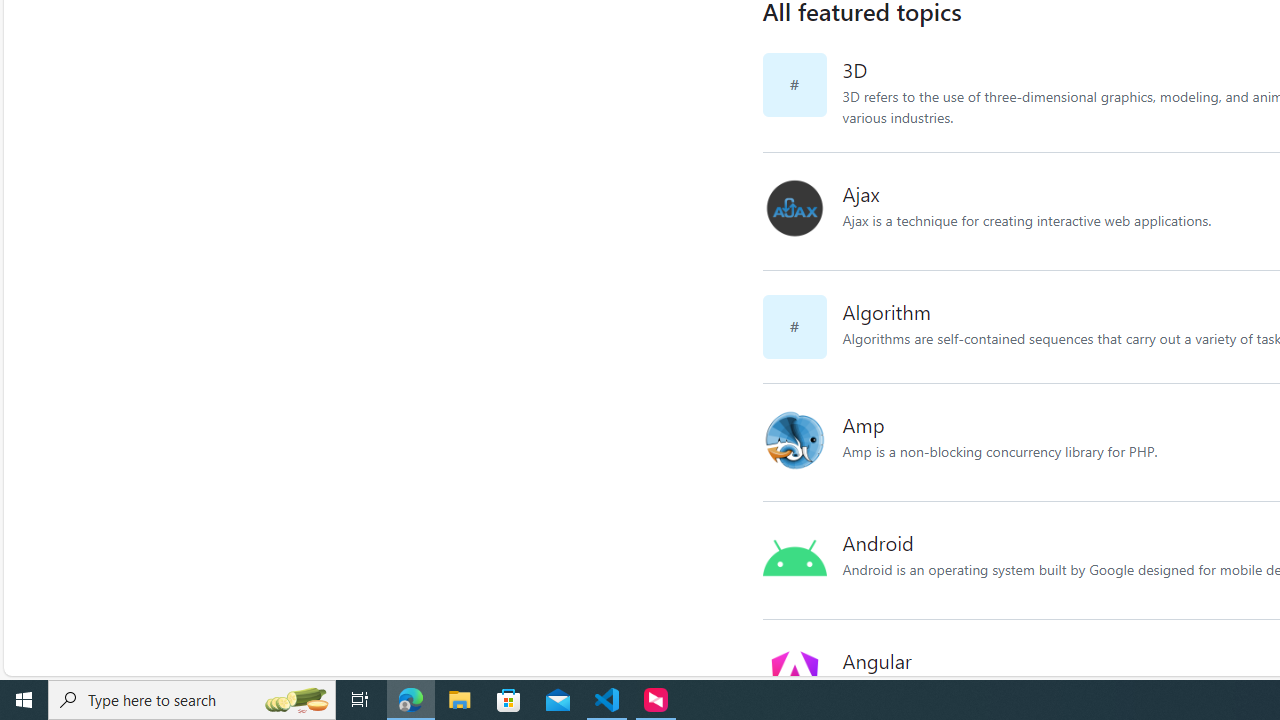  I want to click on 'ajax', so click(802, 211).